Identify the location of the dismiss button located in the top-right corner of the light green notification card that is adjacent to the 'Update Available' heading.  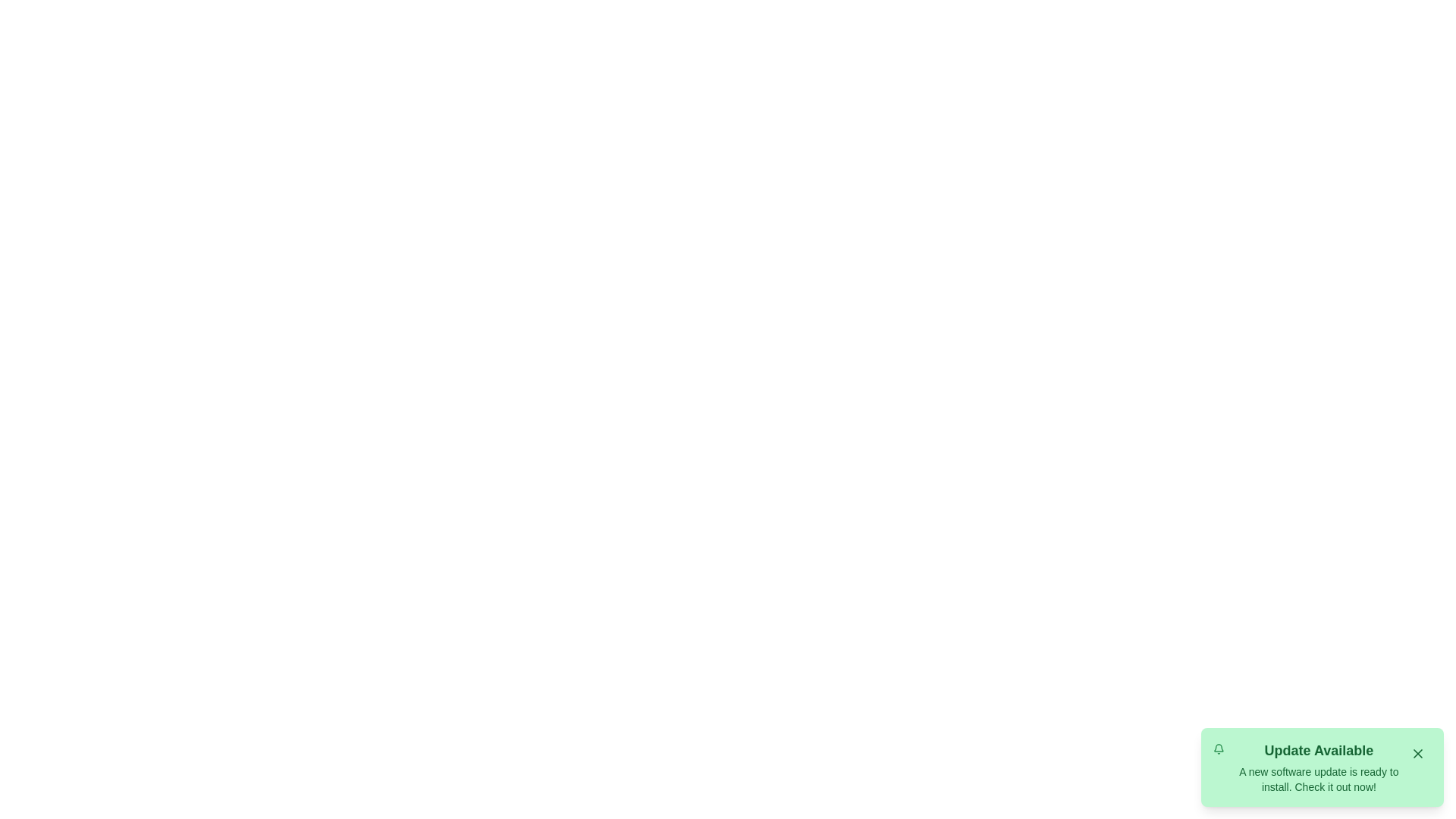
(1417, 754).